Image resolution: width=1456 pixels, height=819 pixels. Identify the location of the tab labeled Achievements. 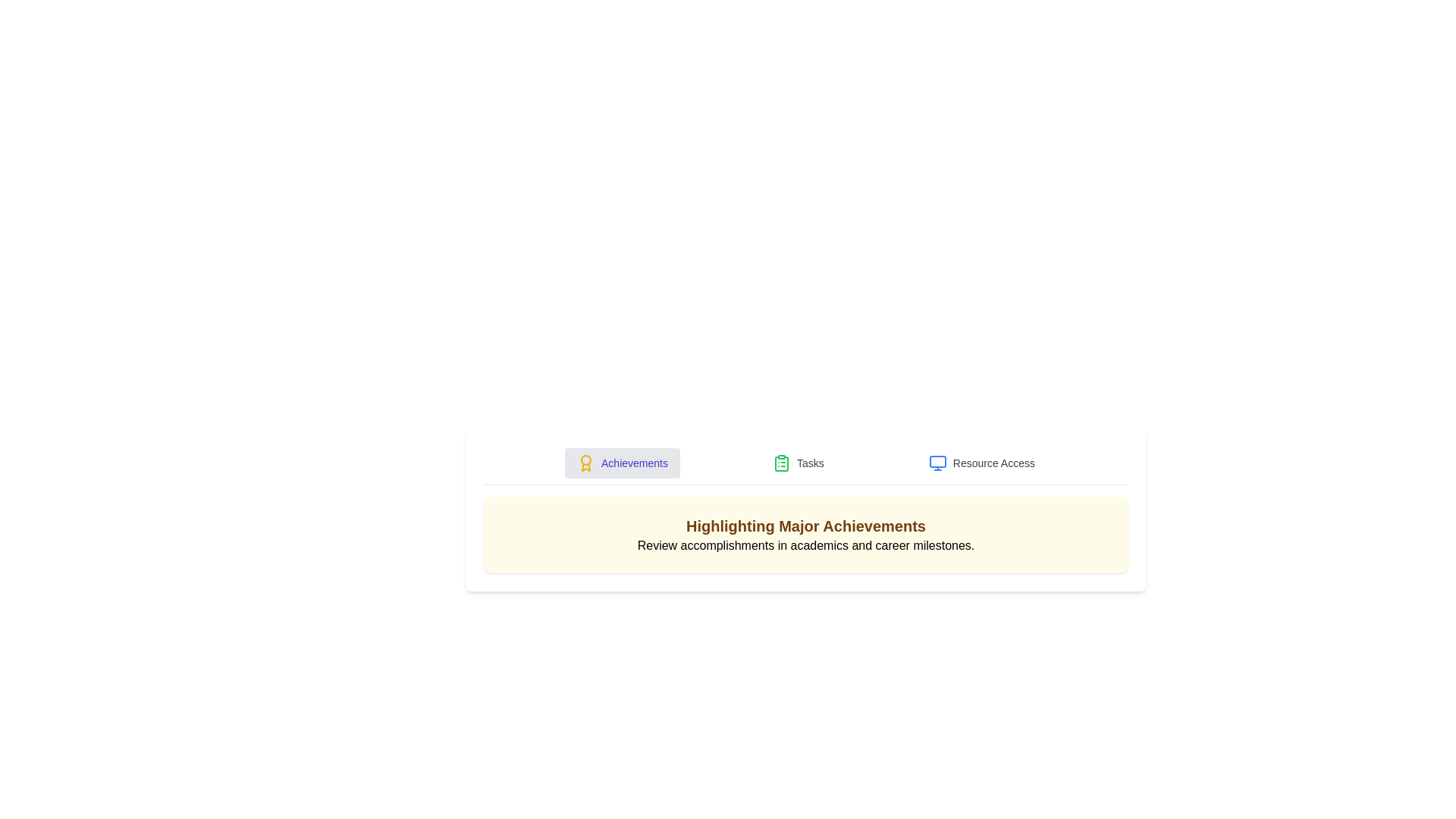
(622, 462).